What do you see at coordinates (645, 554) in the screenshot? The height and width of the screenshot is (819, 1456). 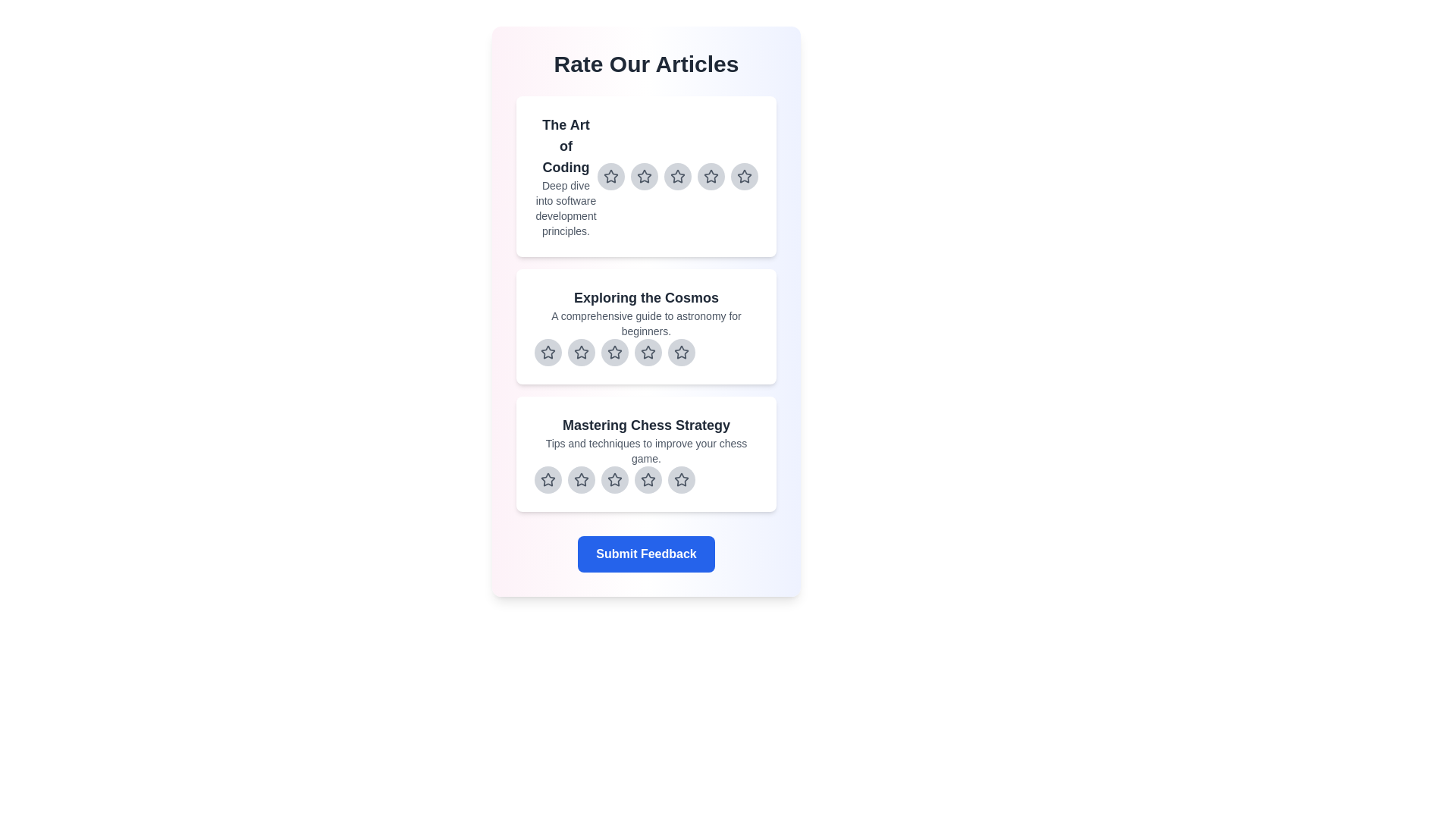 I see `the 'Submit Feedback' button to submit the feedback` at bounding box center [645, 554].